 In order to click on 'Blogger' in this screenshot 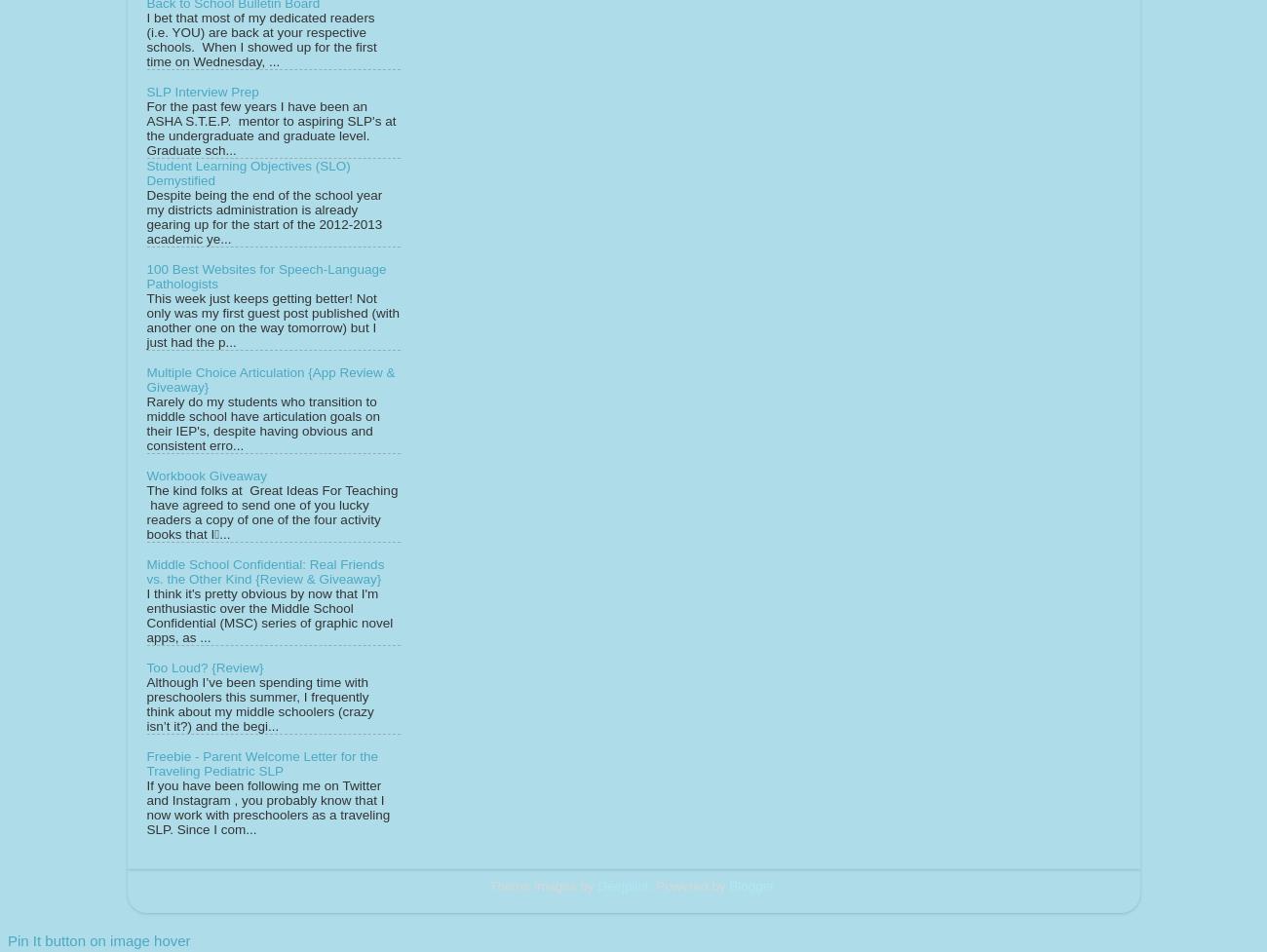, I will do `click(750, 885)`.